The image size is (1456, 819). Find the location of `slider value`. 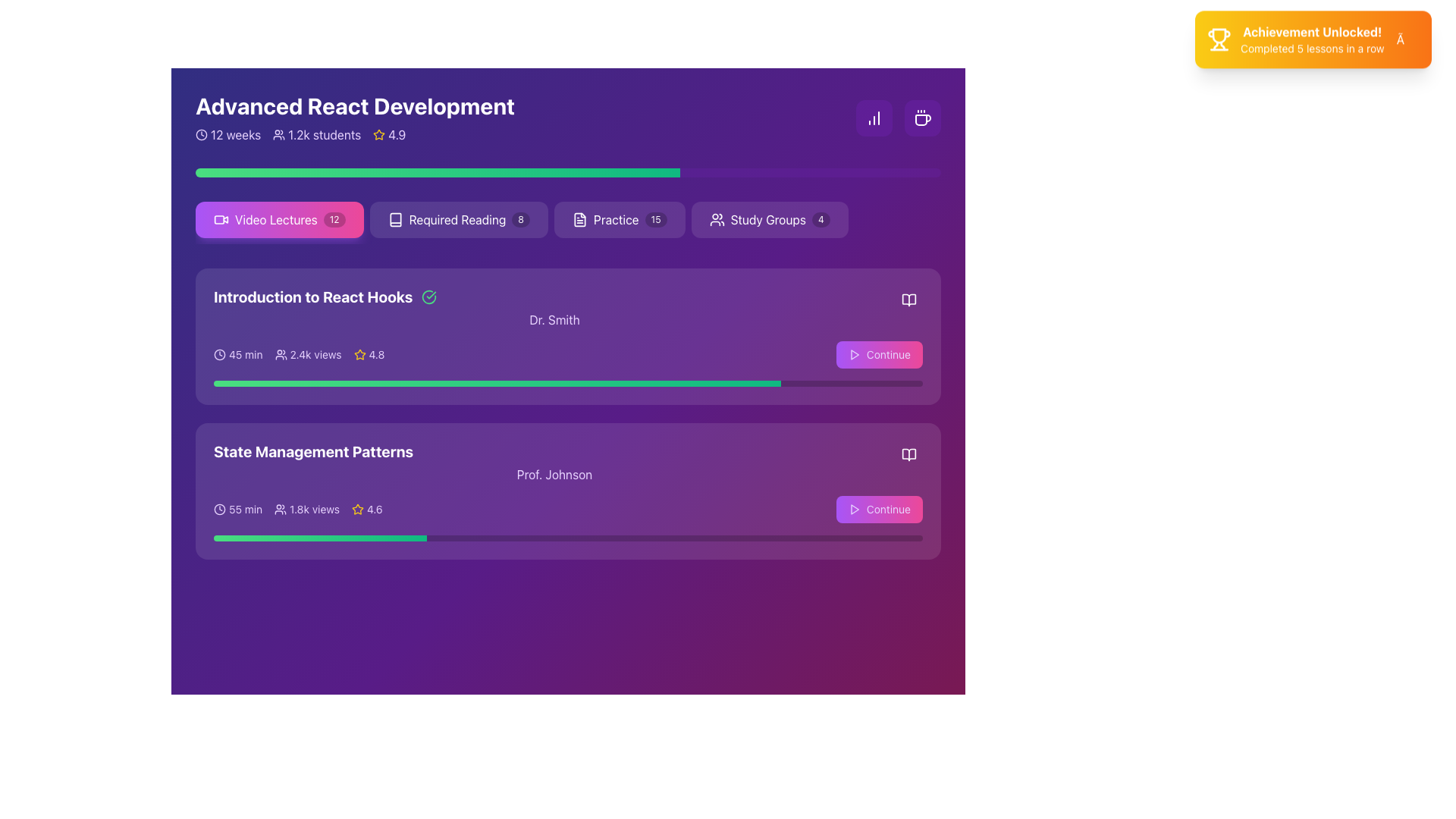

slider value is located at coordinates (349, 382).